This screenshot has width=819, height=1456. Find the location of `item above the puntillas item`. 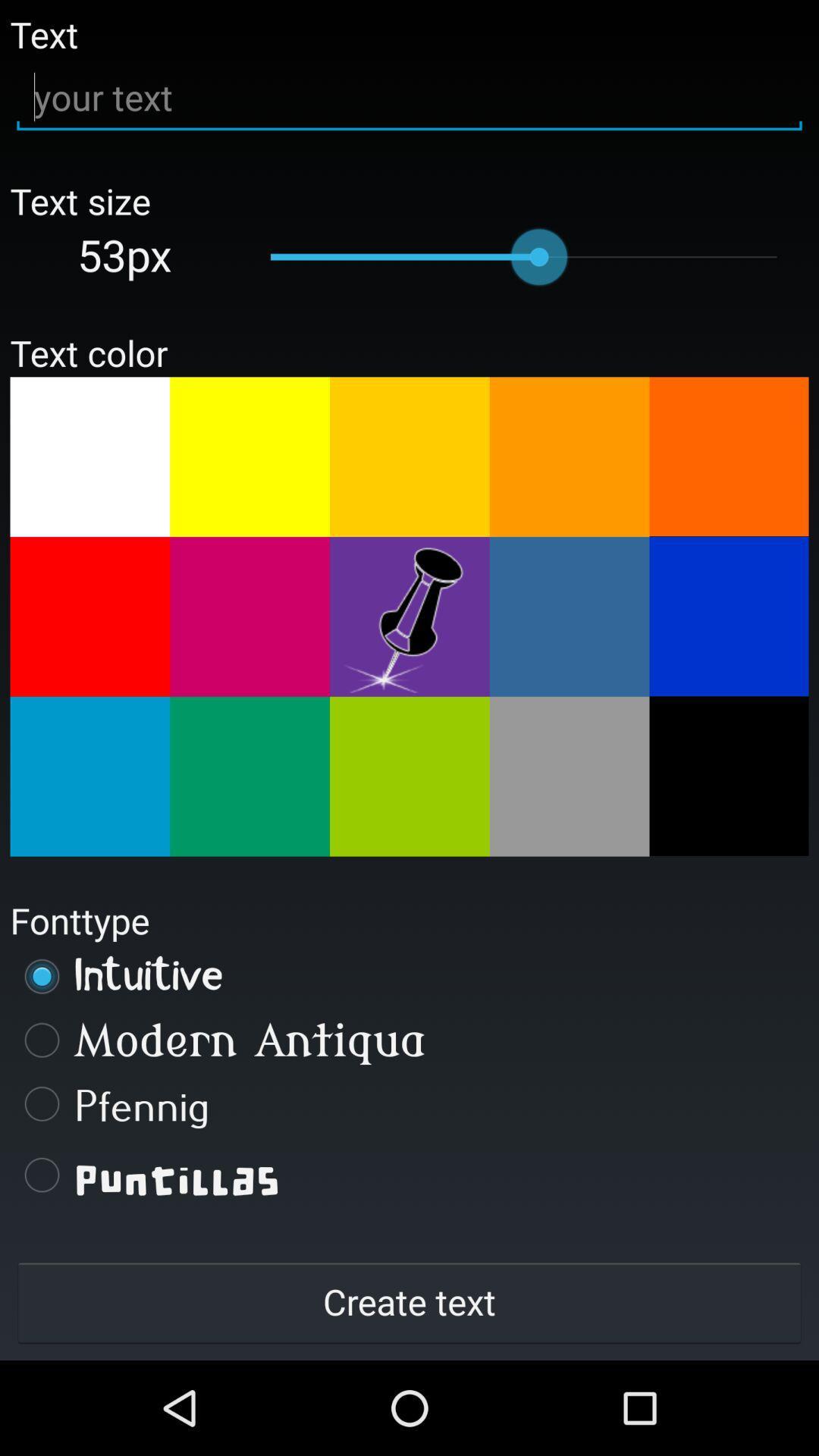

item above the puntillas item is located at coordinates (409, 1103).